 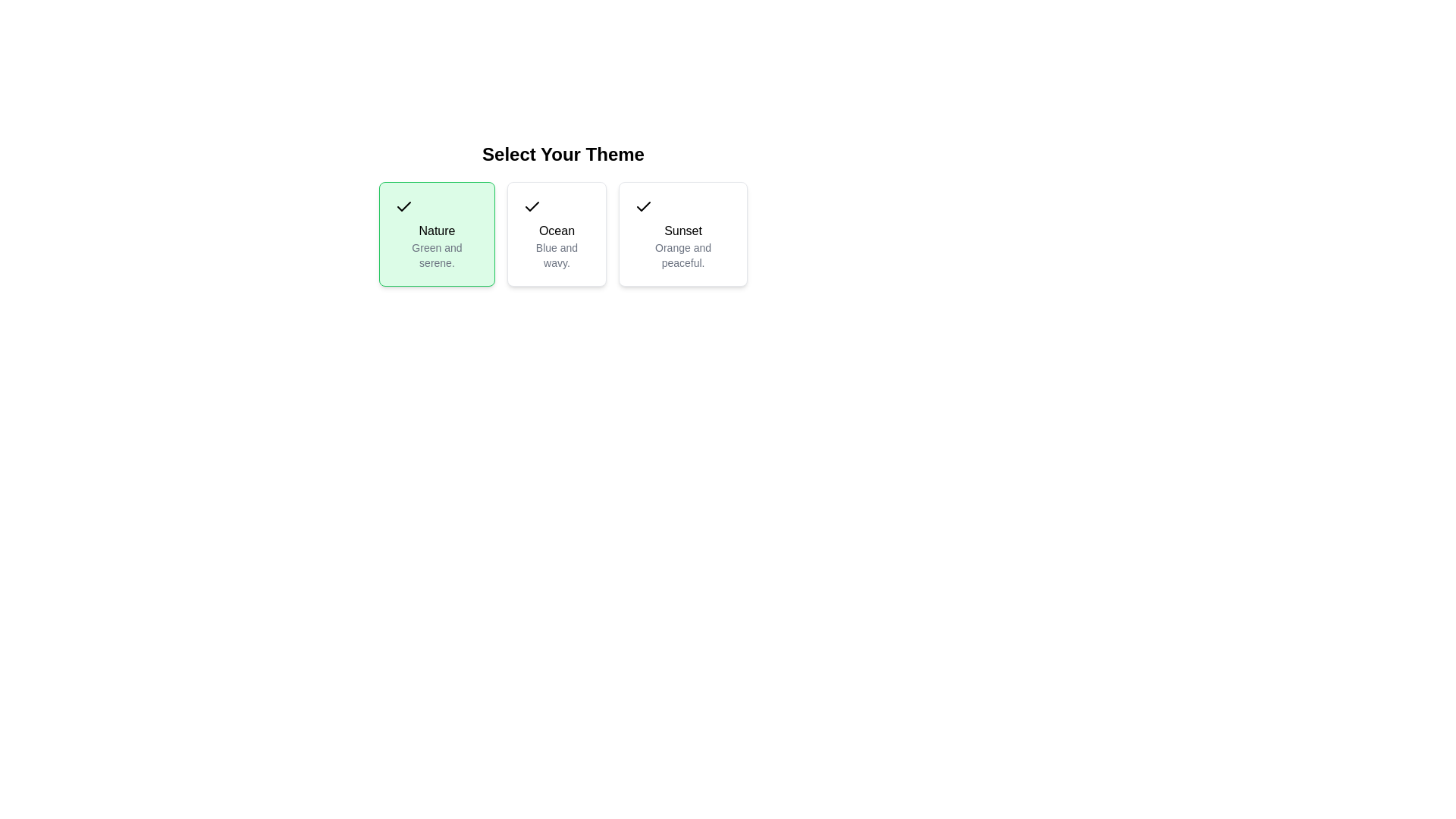 I want to click on the text label that contains 'Orange and peaceful.' which is positioned below the title 'Sunset' in the third option of the selectable themes, so click(x=682, y=254).